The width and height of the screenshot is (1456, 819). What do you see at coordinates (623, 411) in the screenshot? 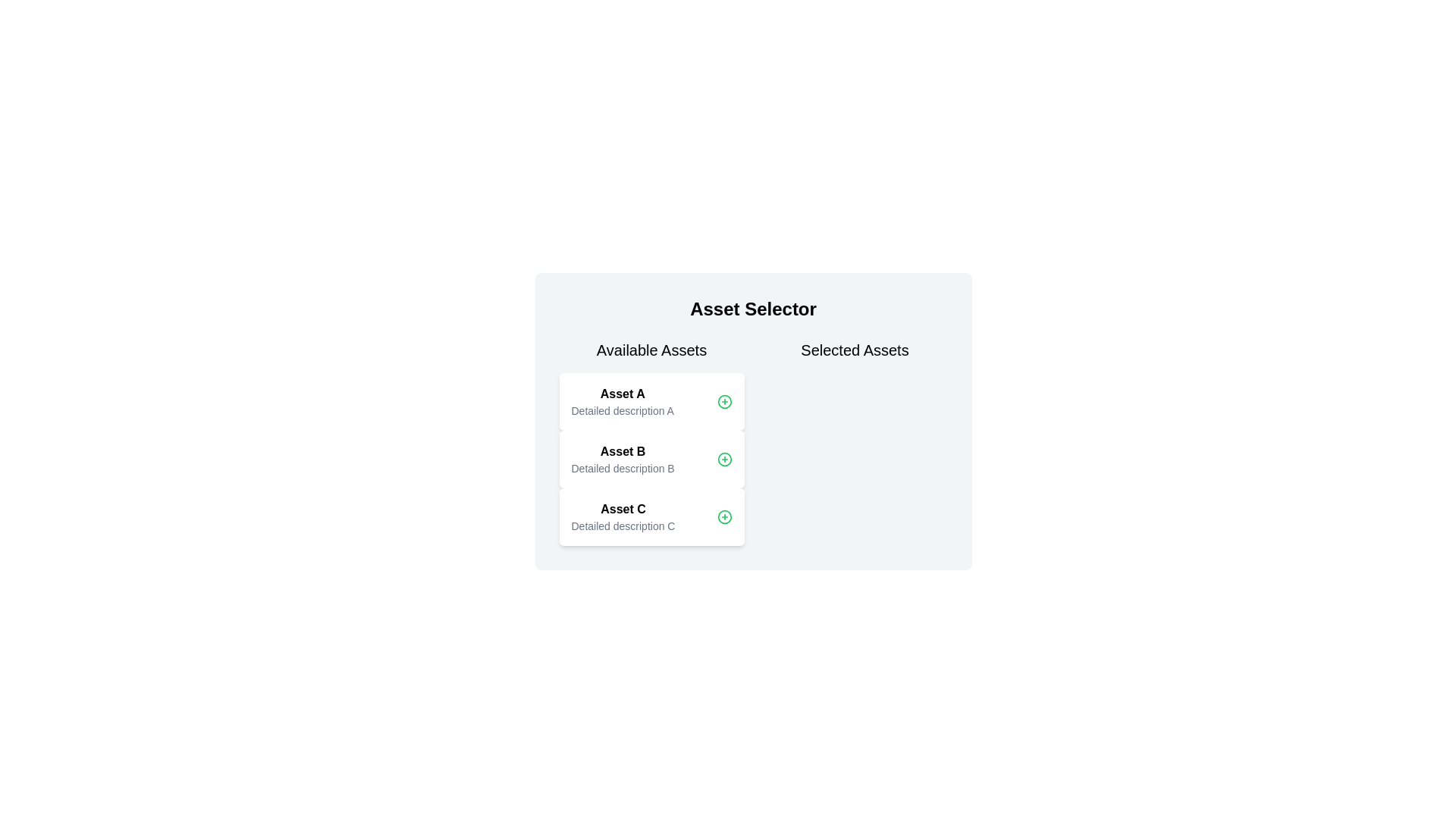
I see `the descriptive text label for 'Asset A', located in the 'Available Assets' section, positioned centrally beneath the 'Asset A' label` at bounding box center [623, 411].